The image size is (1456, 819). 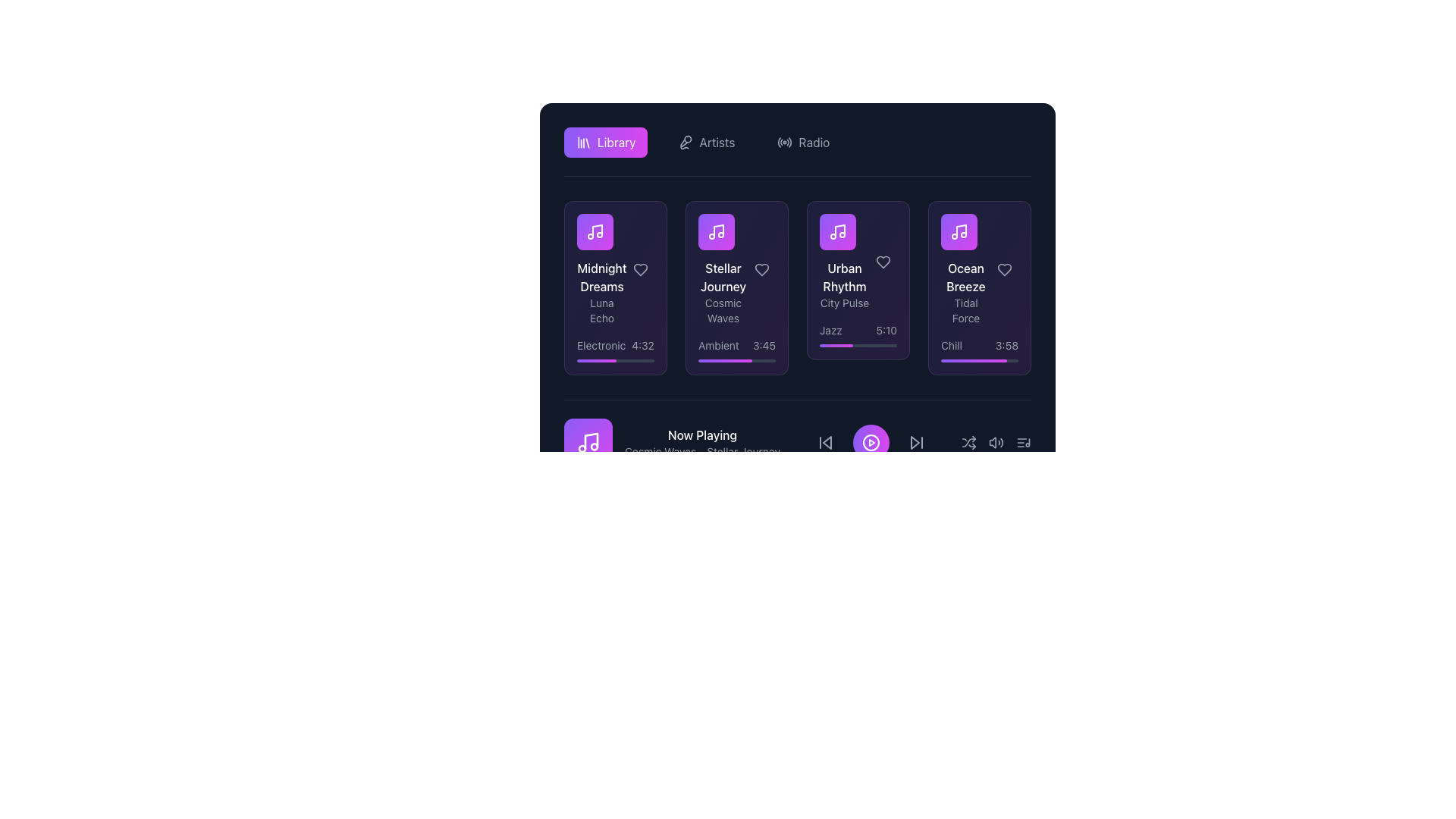 What do you see at coordinates (617, 143) in the screenshot?
I see `displayed text of the 'Library' navigation label located in the upper left corner of the interface` at bounding box center [617, 143].